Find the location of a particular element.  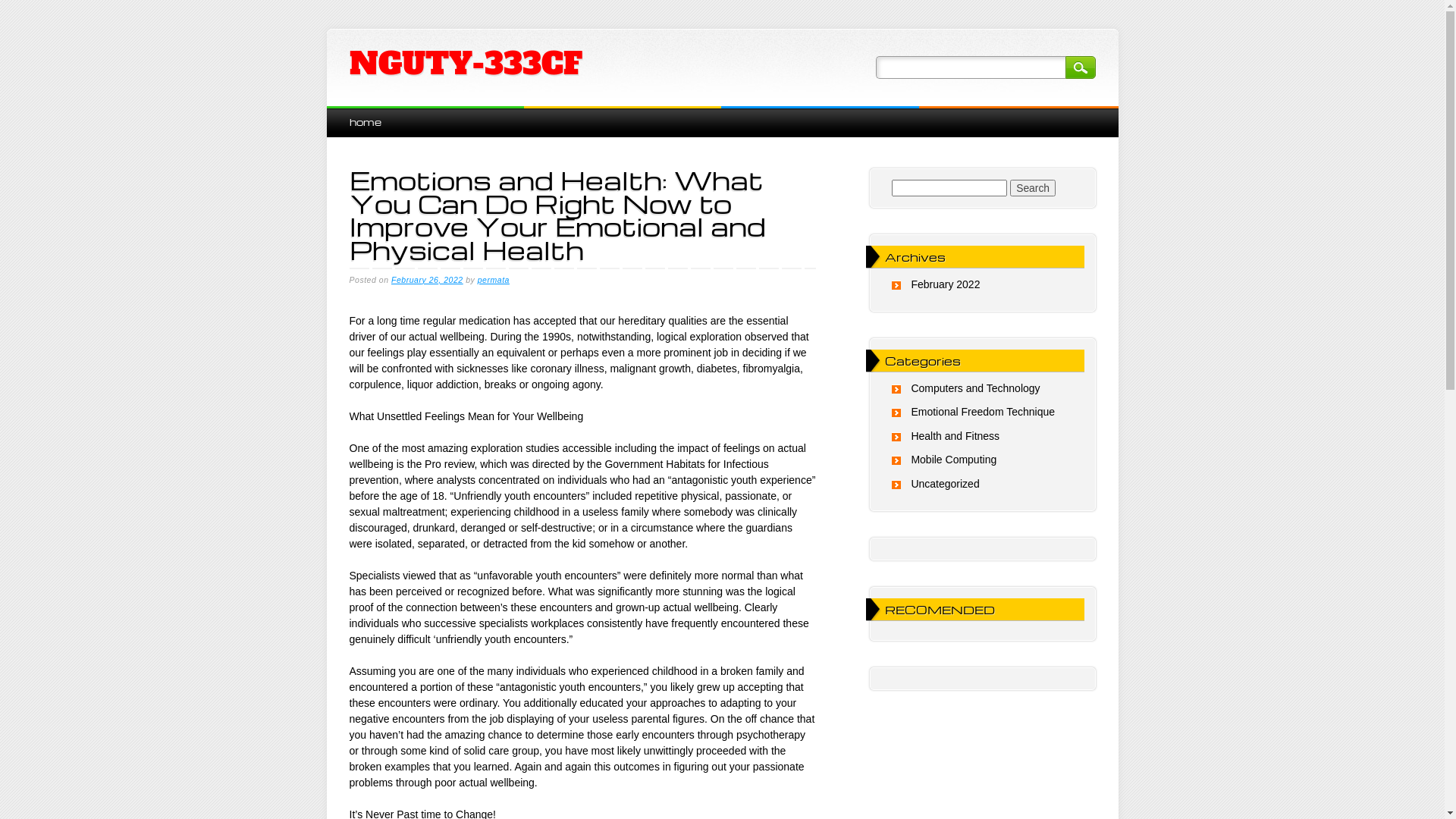

'Emotional Freedom Technique' is located at coordinates (983, 412).